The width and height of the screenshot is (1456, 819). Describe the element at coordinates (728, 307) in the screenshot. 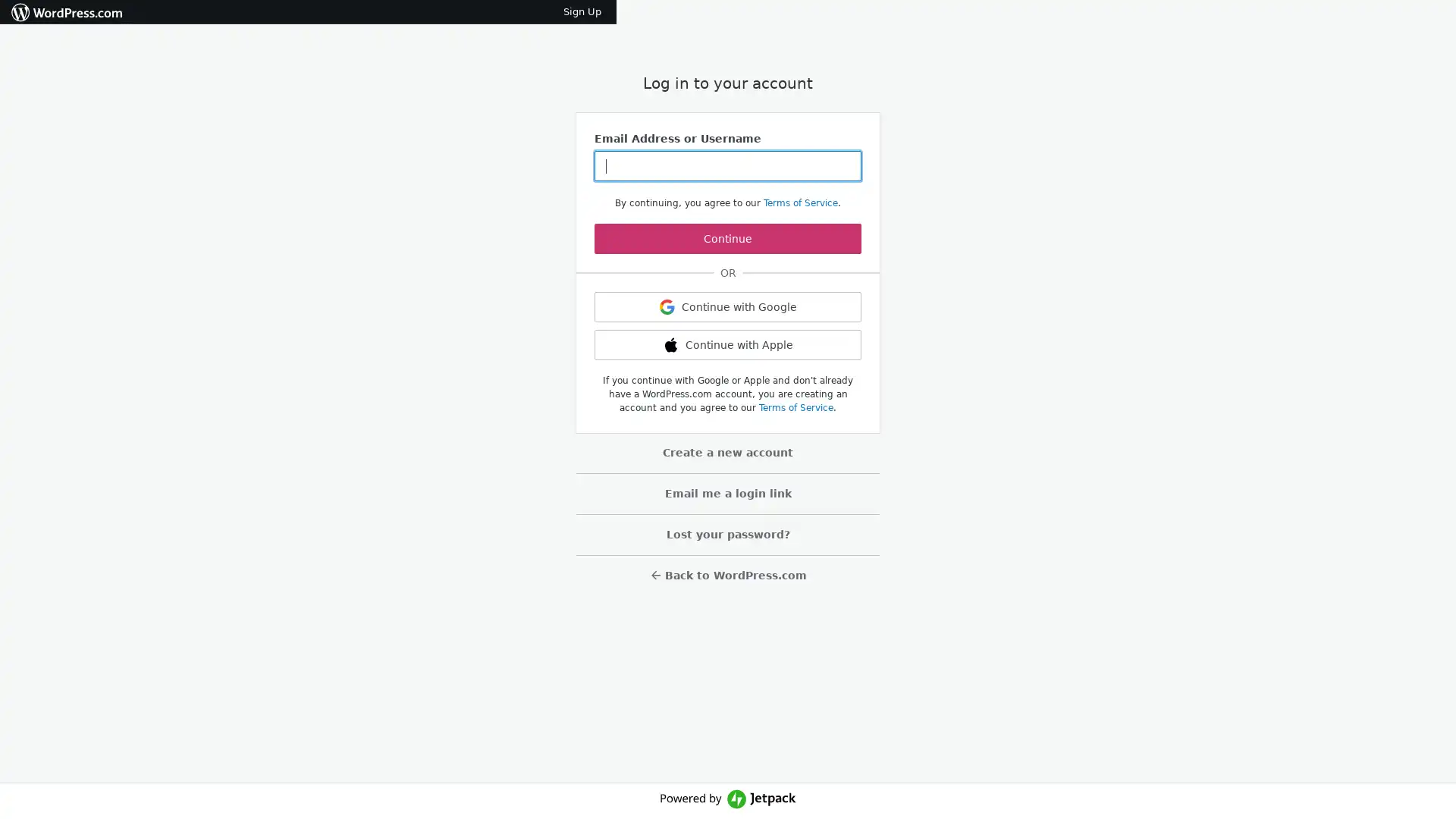

I see `Continue with Google` at that location.